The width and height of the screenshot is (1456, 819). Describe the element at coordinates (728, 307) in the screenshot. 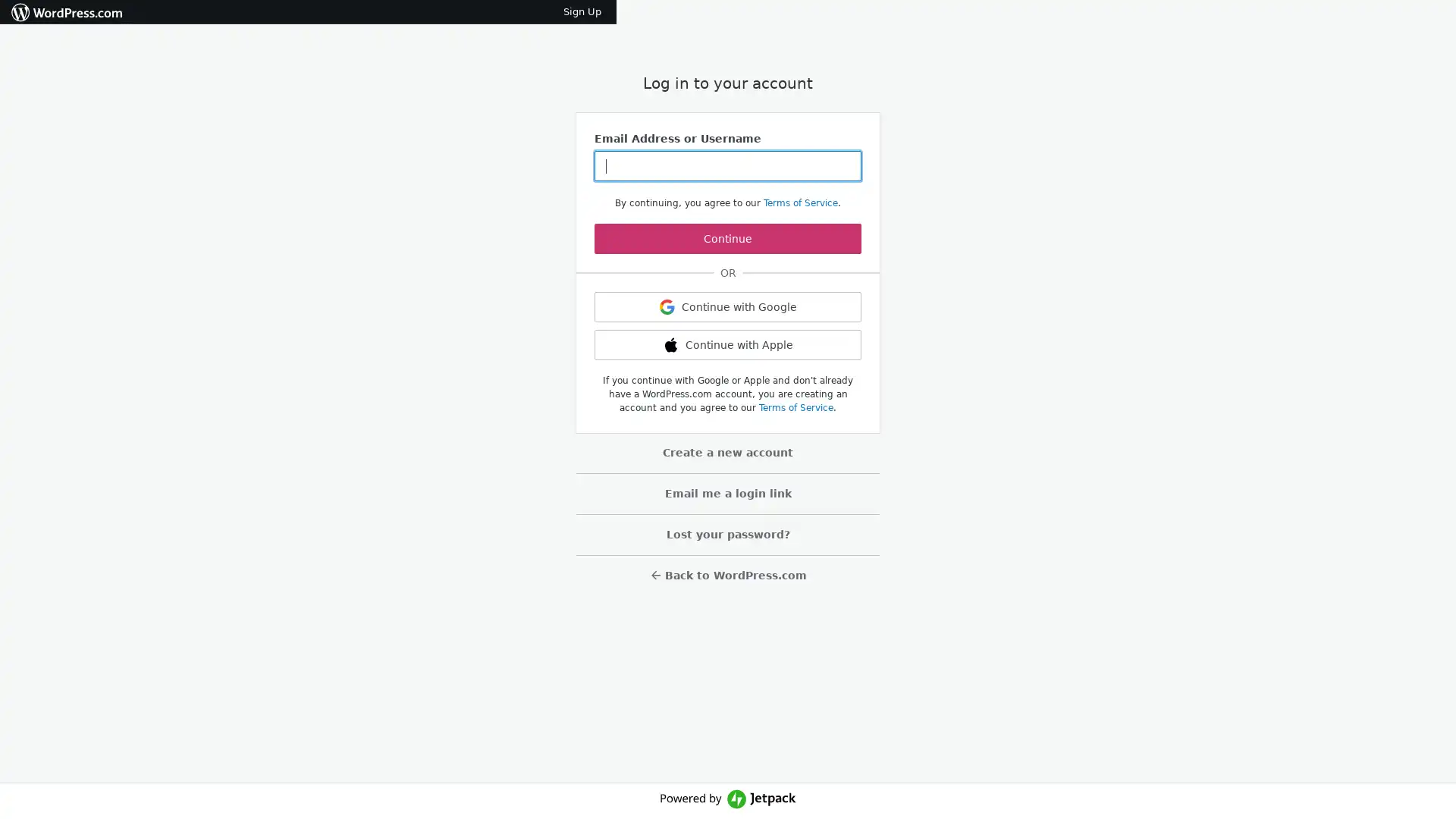

I see `Continue with Google` at that location.